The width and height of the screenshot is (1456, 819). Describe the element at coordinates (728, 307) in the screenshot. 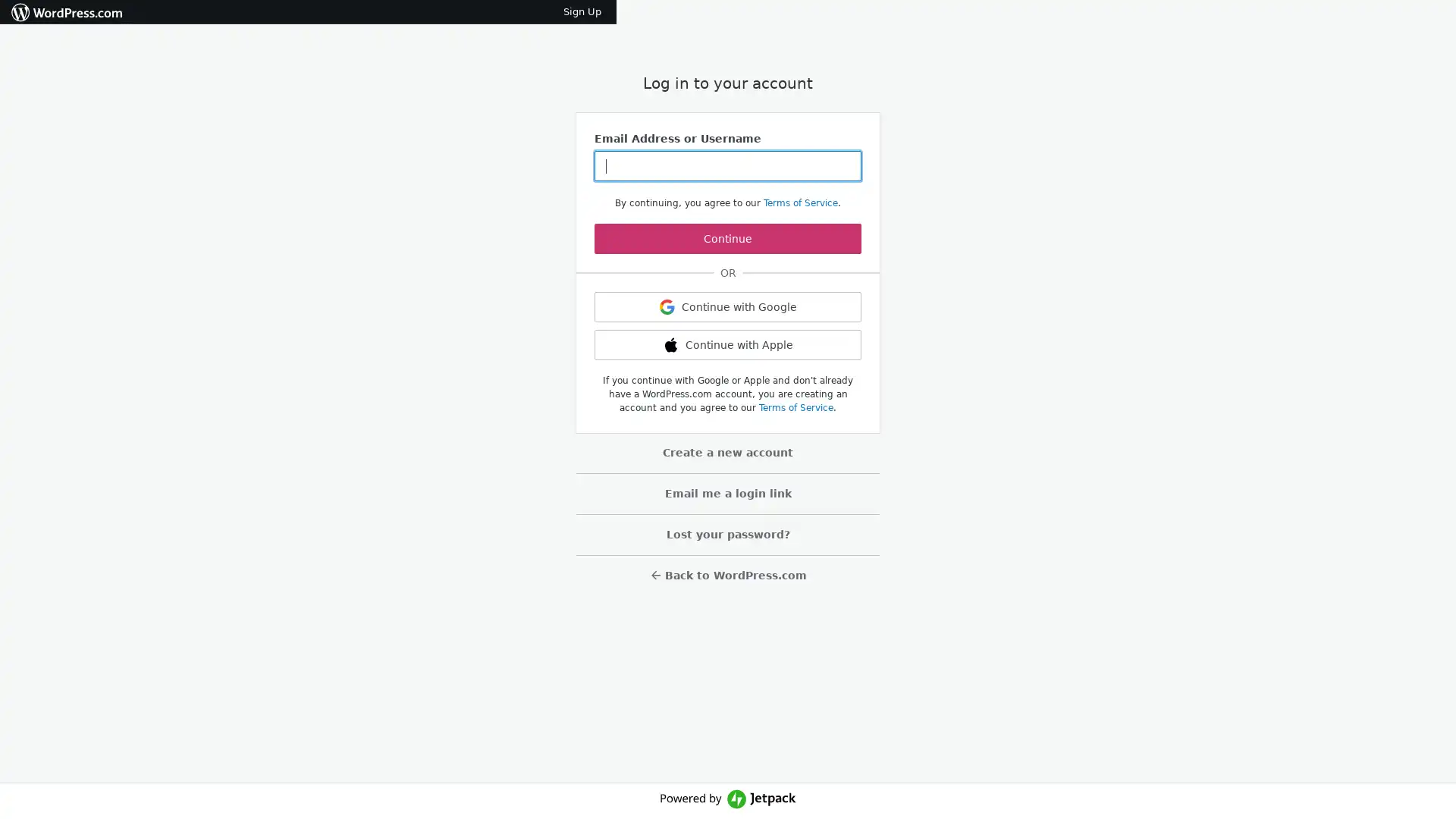

I see `Continue with Google` at that location.